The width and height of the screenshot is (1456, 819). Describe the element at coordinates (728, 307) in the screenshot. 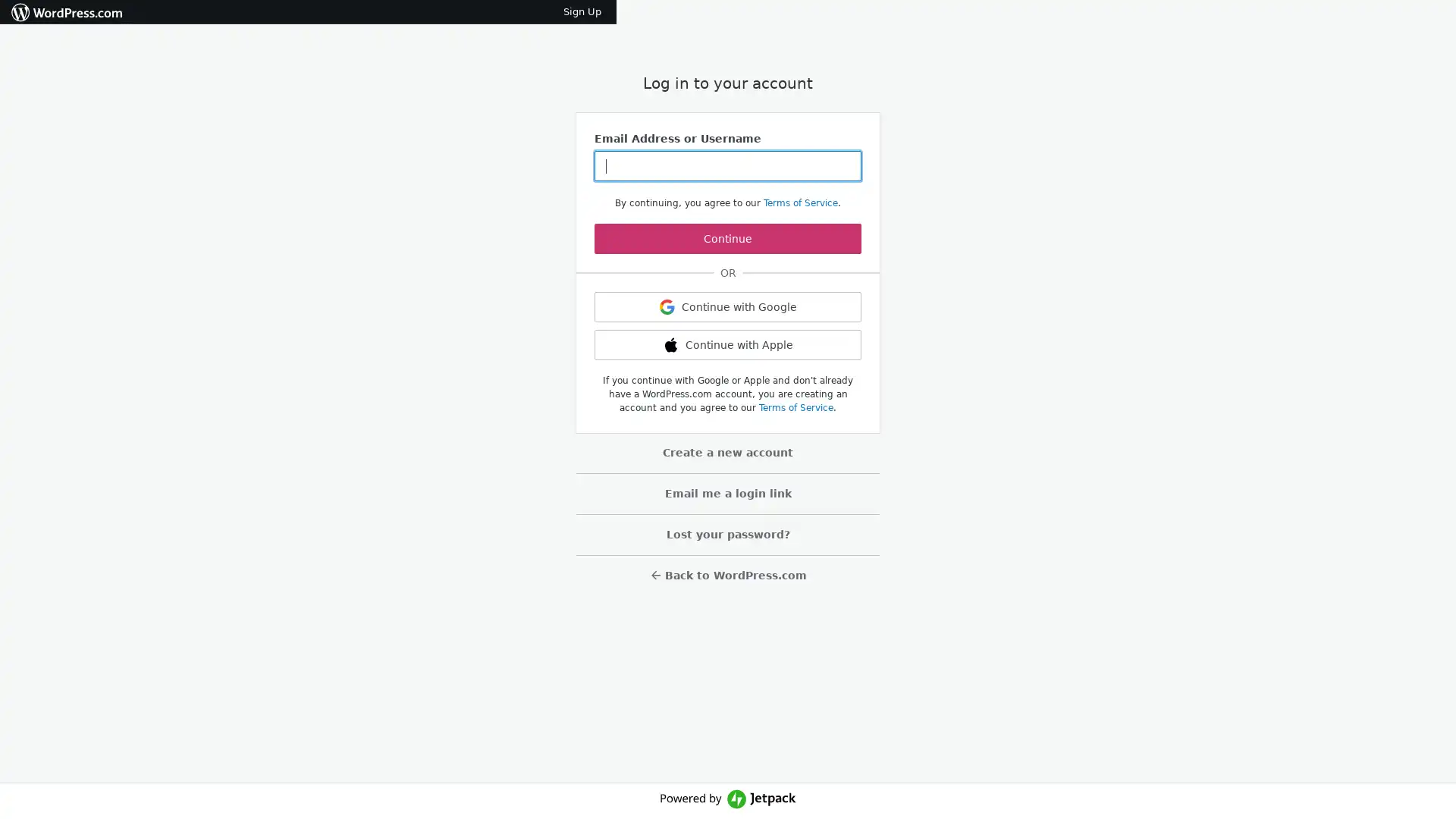

I see `Continue with Google` at that location.